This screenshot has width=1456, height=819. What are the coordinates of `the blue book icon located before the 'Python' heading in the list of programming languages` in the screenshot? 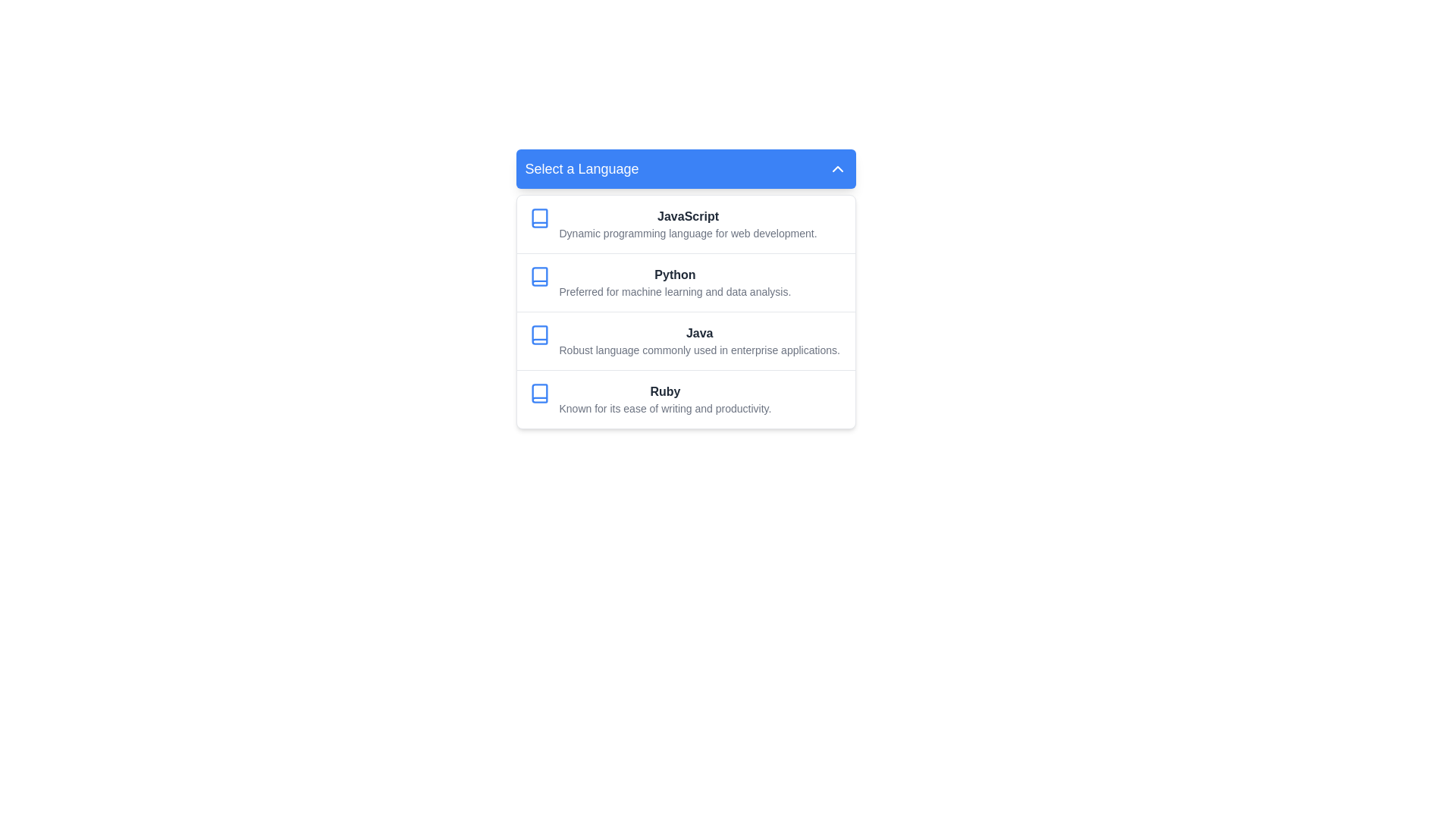 It's located at (539, 277).